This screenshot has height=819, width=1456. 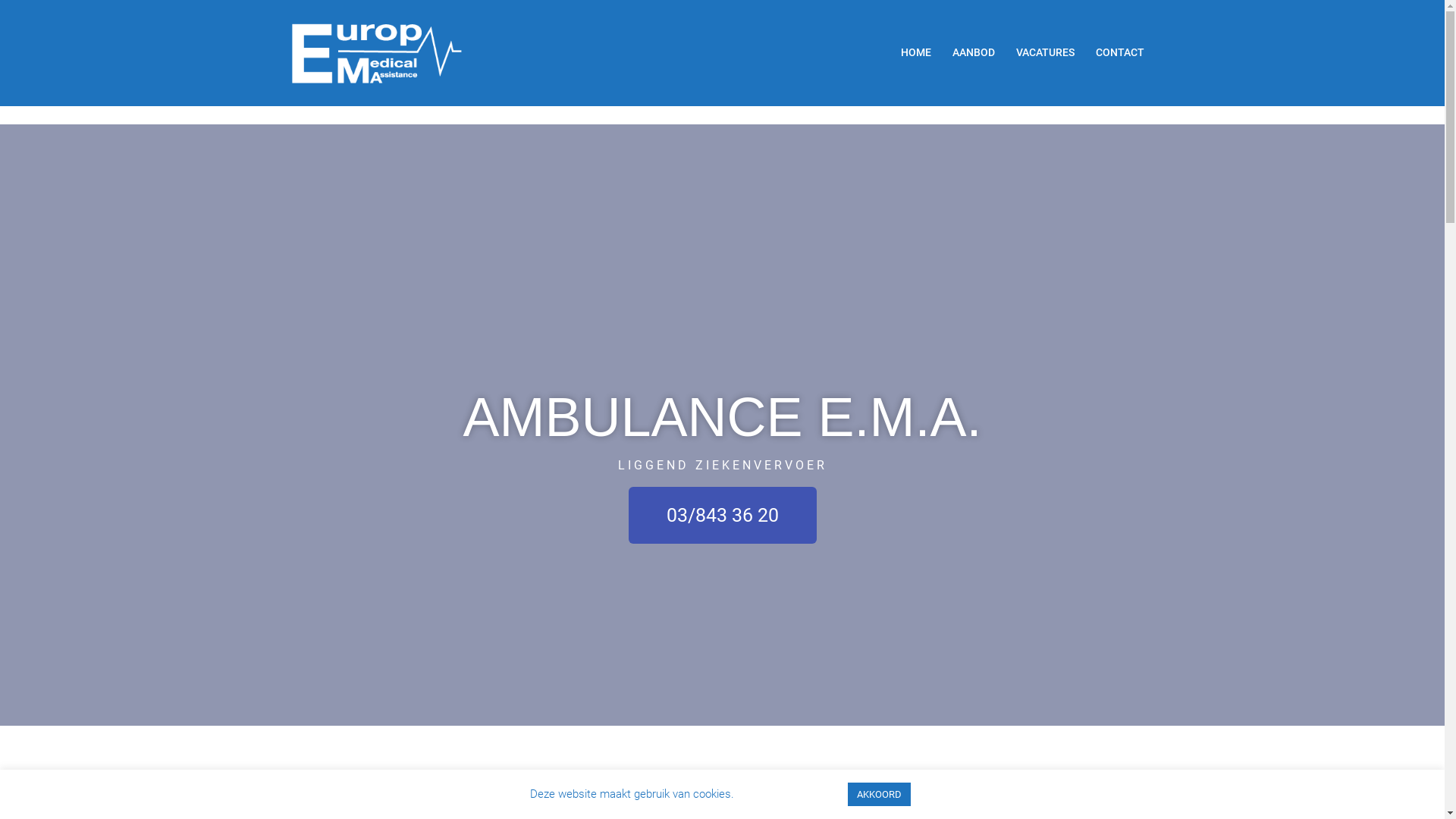 What do you see at coordinates (789, 792) in the screenshot?
I see `'Cookie settings'` at bounding box center [789, 792].